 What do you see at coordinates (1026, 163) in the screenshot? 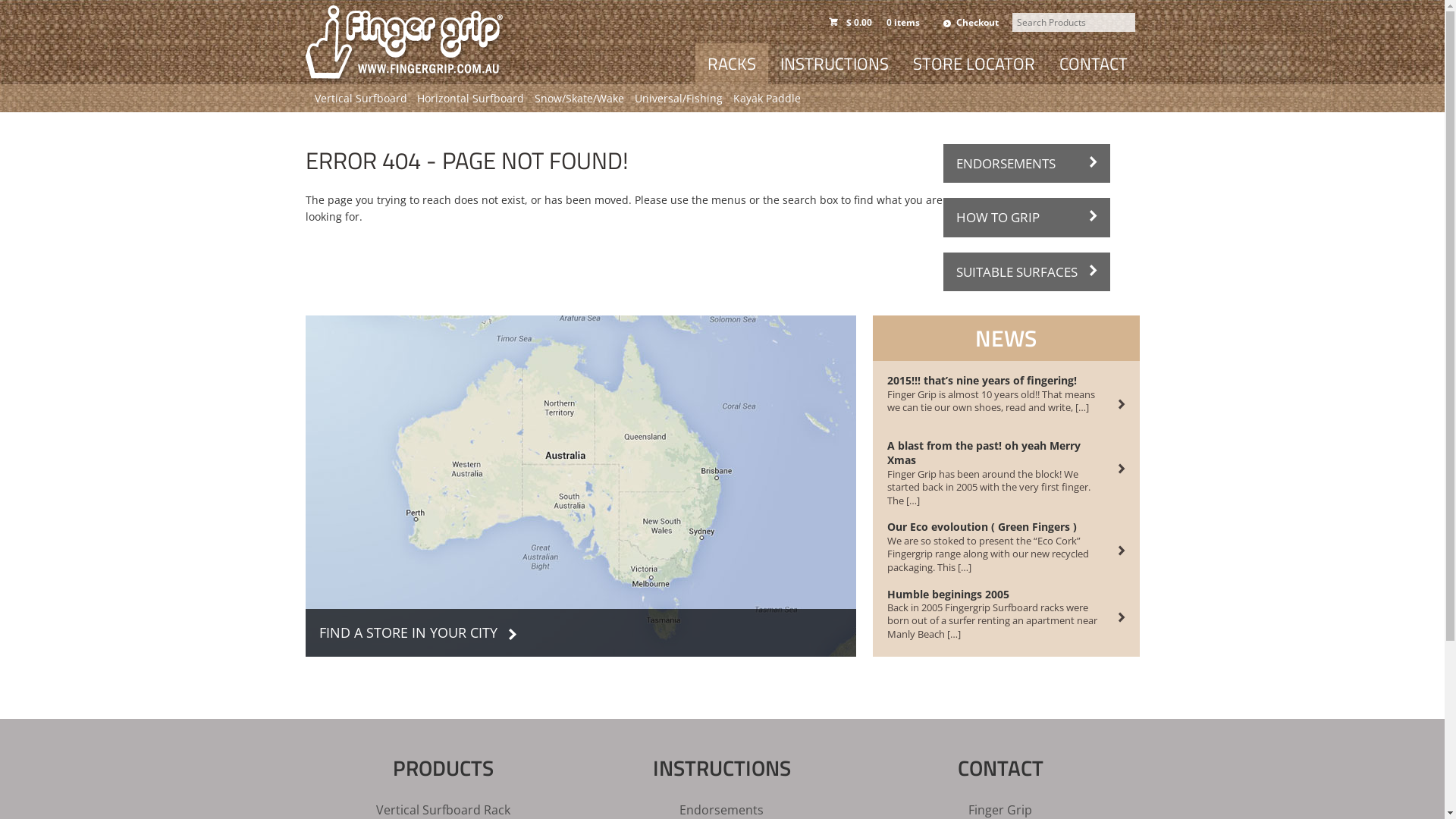
I see `'ENDORSEMENTS'` at bounding box center [1026, 163].